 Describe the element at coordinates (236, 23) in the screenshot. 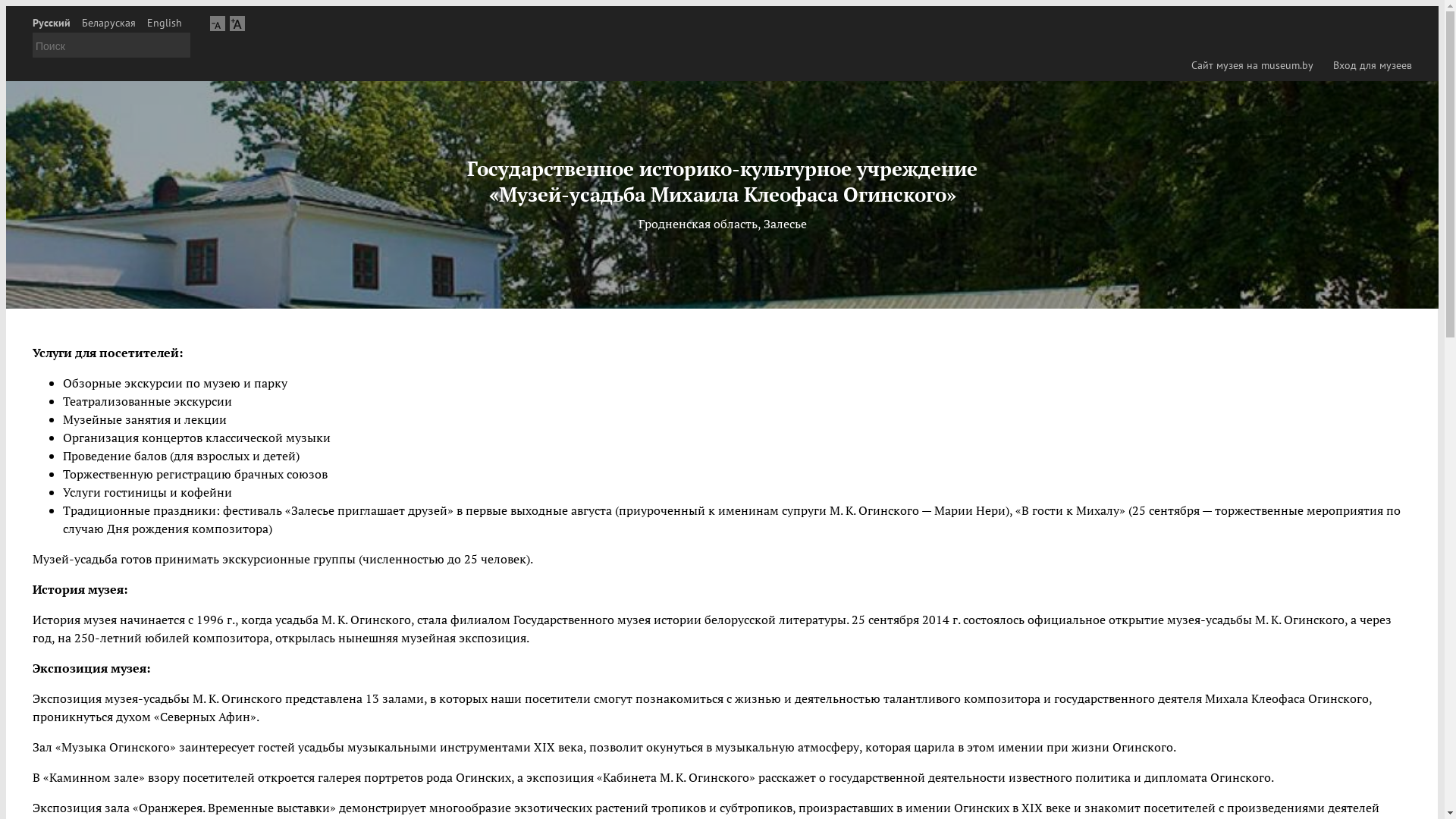

I see `'A'` at that location.